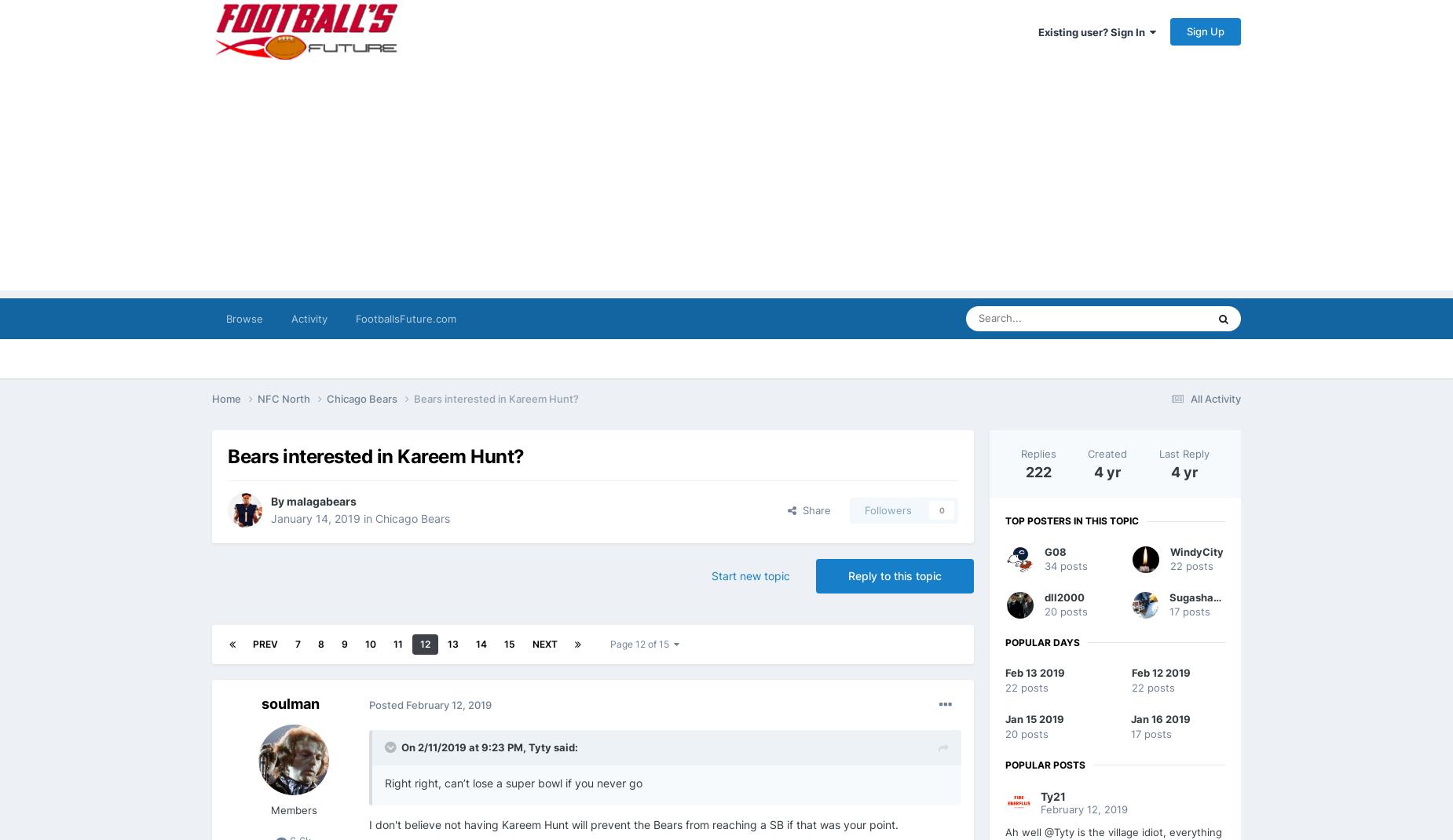  I want to click on 'I don't believe not having Kareem Hunt will prevent the Bears from reaching a SB if that was your point.', so click(633, 824).